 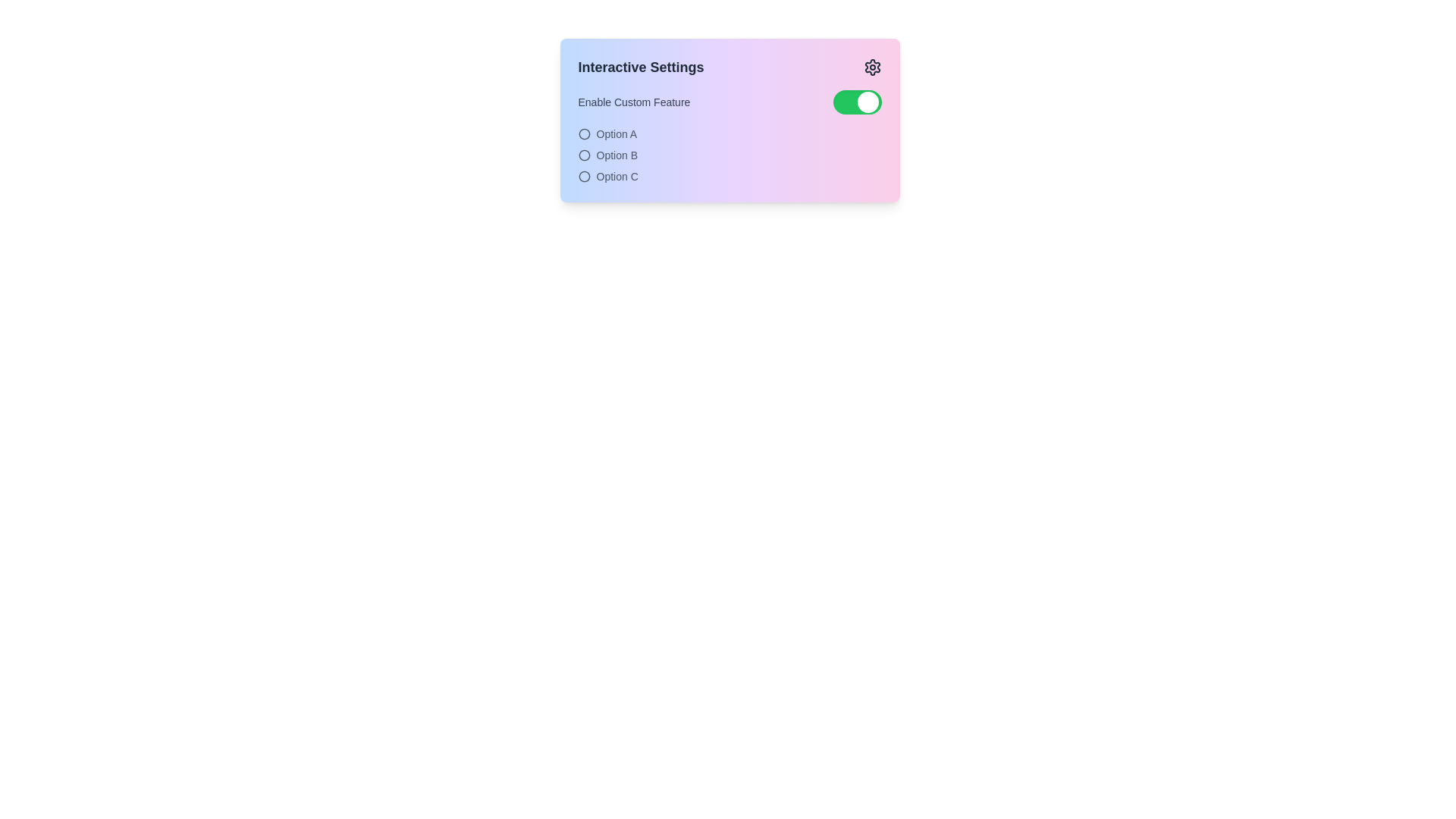 I want to click on the gear-shaped icon representing settings, located in the top-right corner of the settings card, so click(x=872, y=66).